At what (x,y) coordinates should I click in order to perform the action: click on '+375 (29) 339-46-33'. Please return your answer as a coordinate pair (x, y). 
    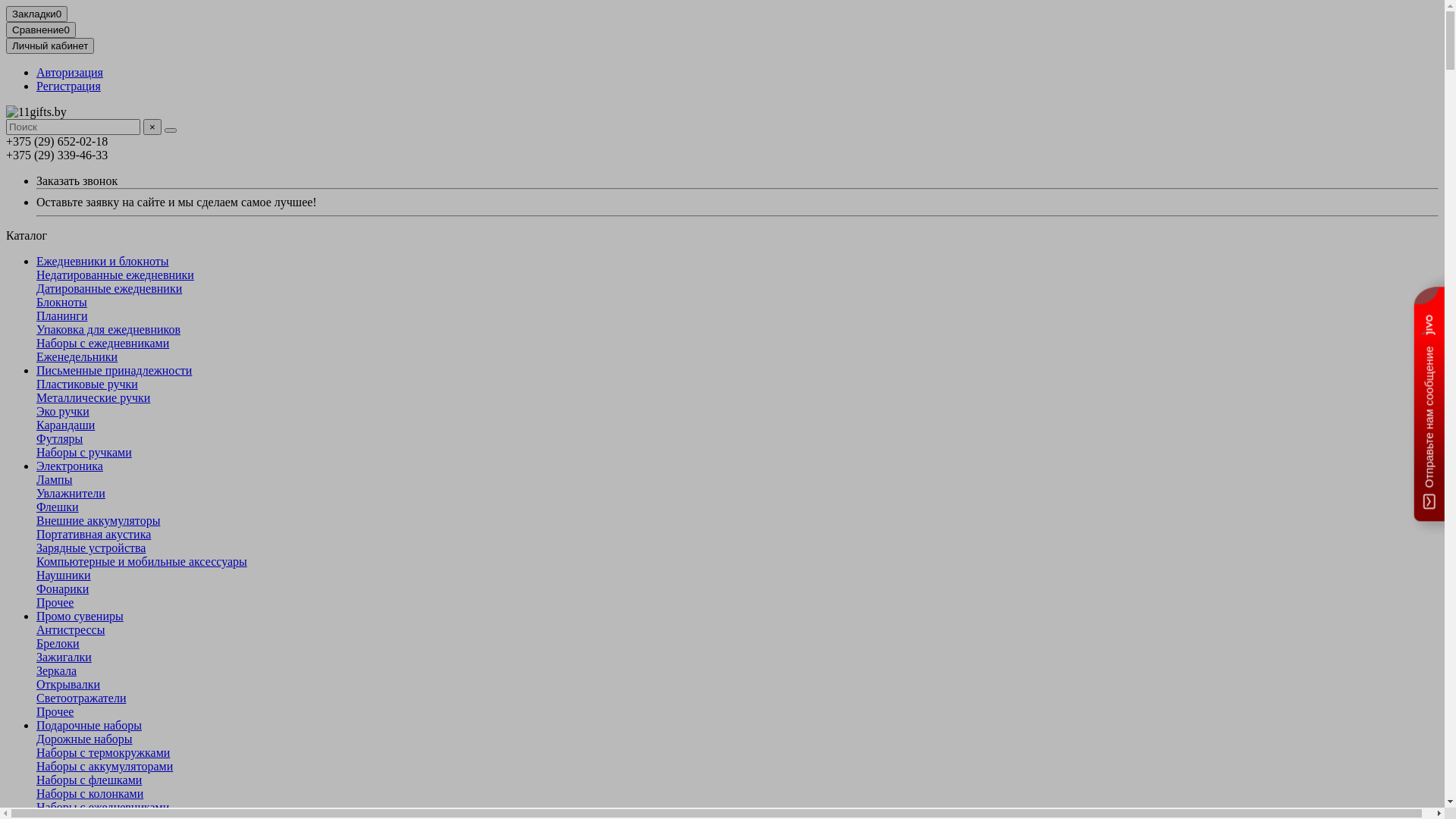
    Looking at the image, I should click on (57, 155).